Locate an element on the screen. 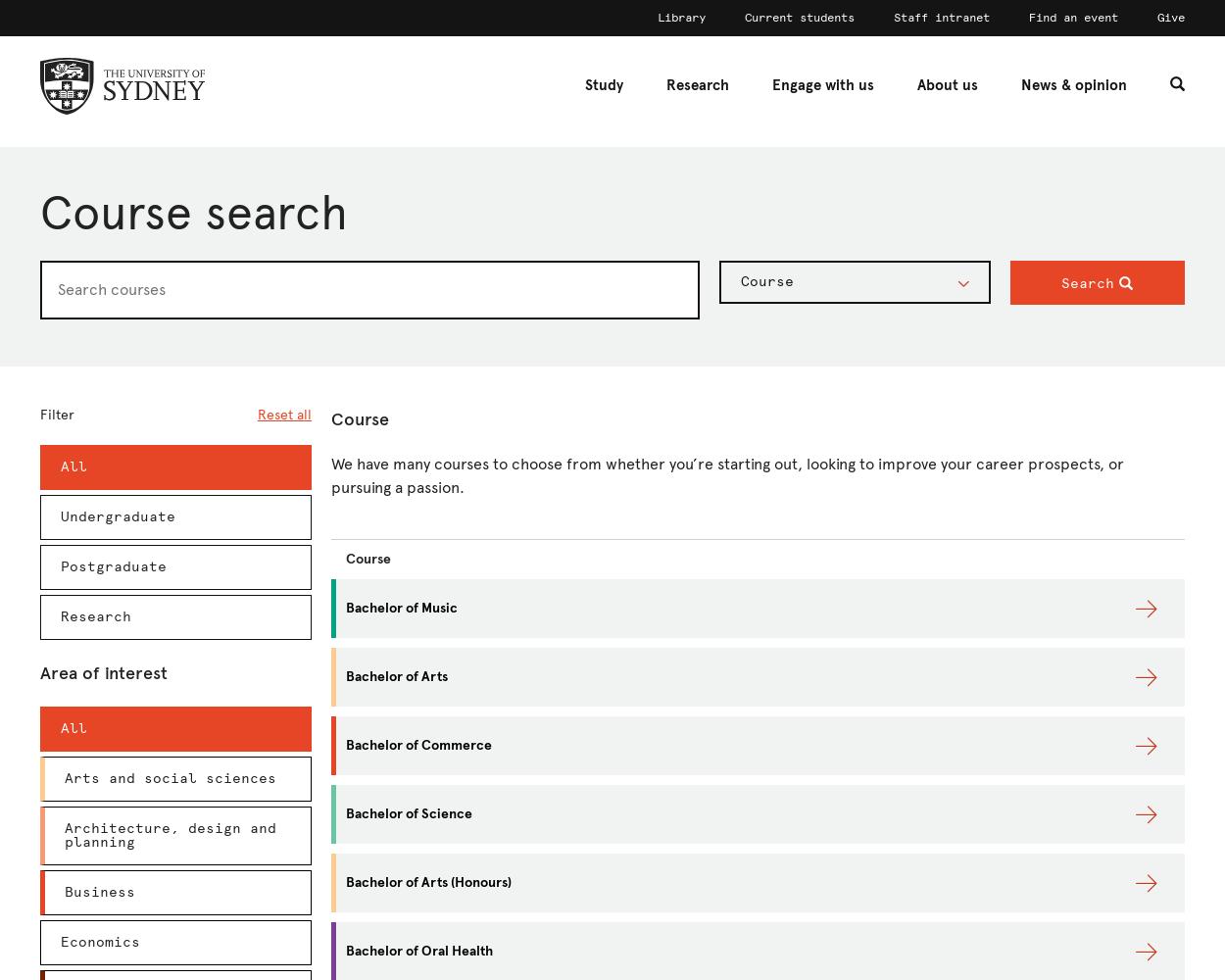  'Bachelor of Arts (Honours)' is located at coordinates (428, 882).